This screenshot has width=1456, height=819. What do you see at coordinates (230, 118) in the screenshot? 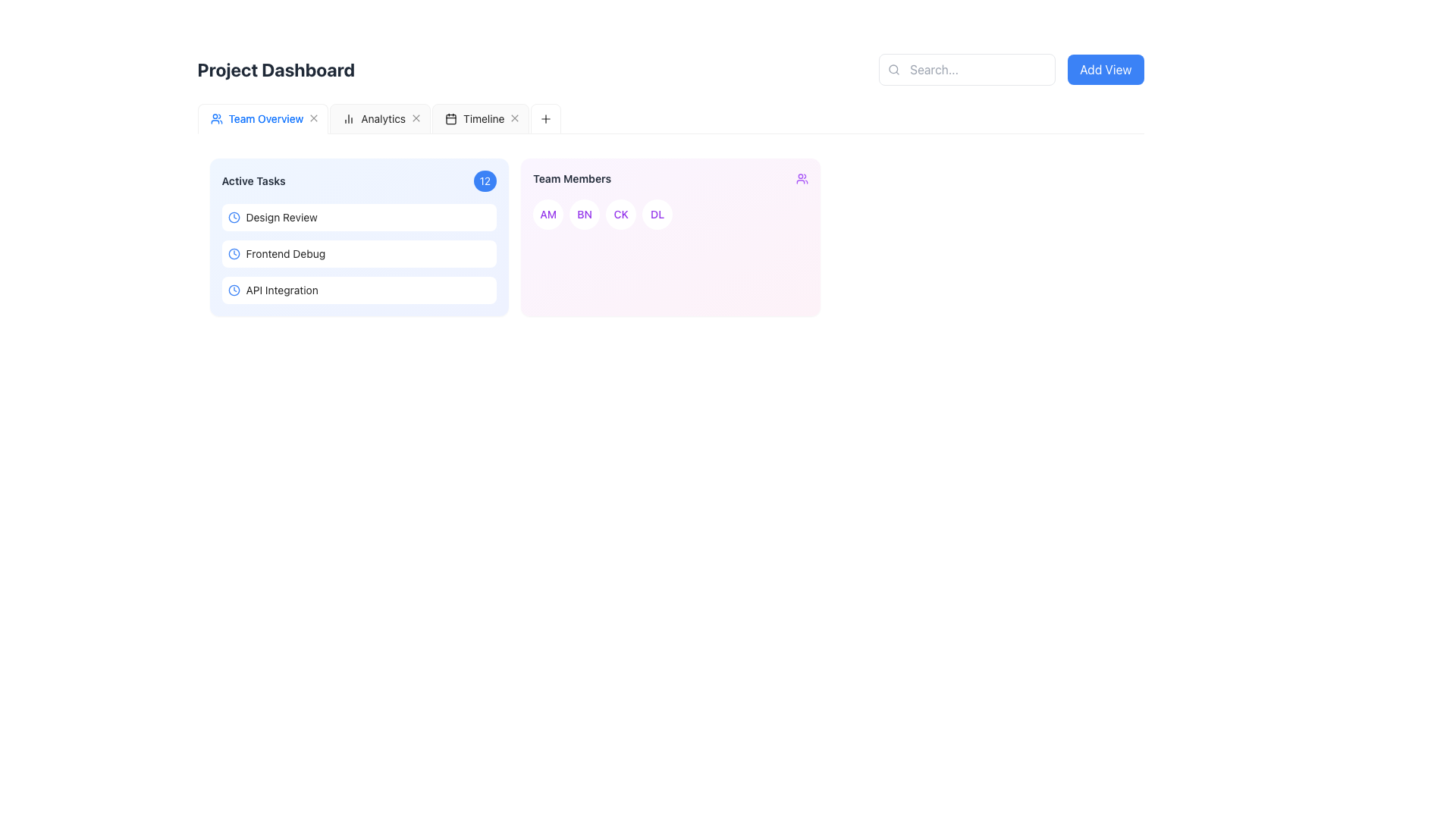
I see `the 'Team Overview' navigational tab, which is the first tab in the sequence and features a group of people icon` at bounding box center [230, 118].